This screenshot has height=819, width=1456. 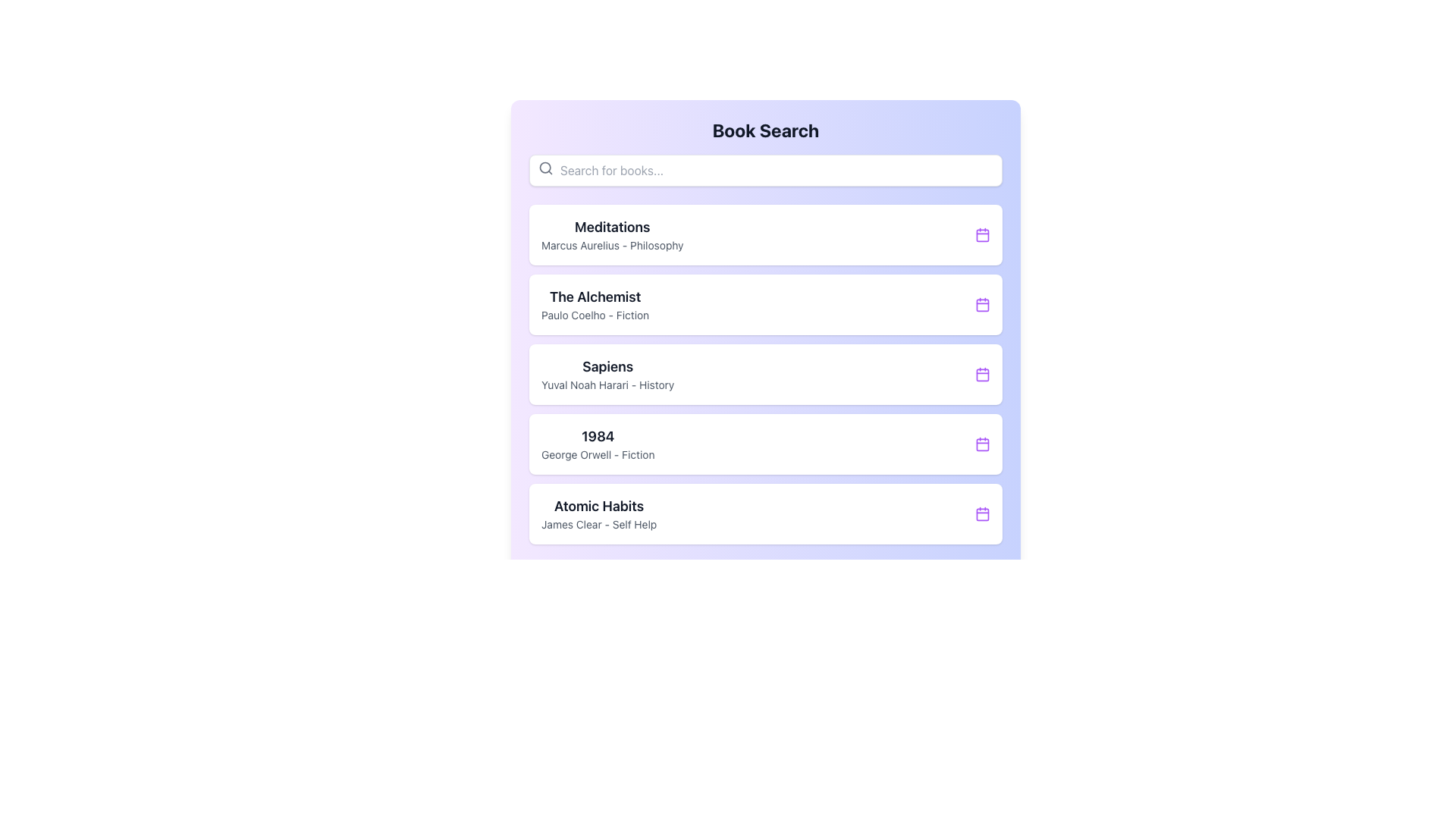 I want to click on the purple calendar icon located to the right of the 'Sapiens' card in the list of items, so click(x=983, y=374).